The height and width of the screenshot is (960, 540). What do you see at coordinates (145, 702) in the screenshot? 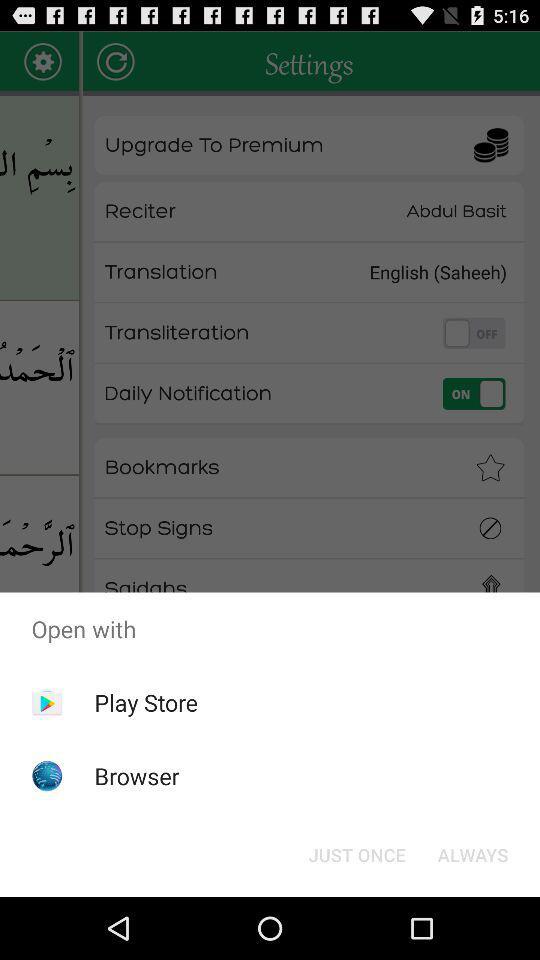
I see `play store item` at bounding box center [145, 702].